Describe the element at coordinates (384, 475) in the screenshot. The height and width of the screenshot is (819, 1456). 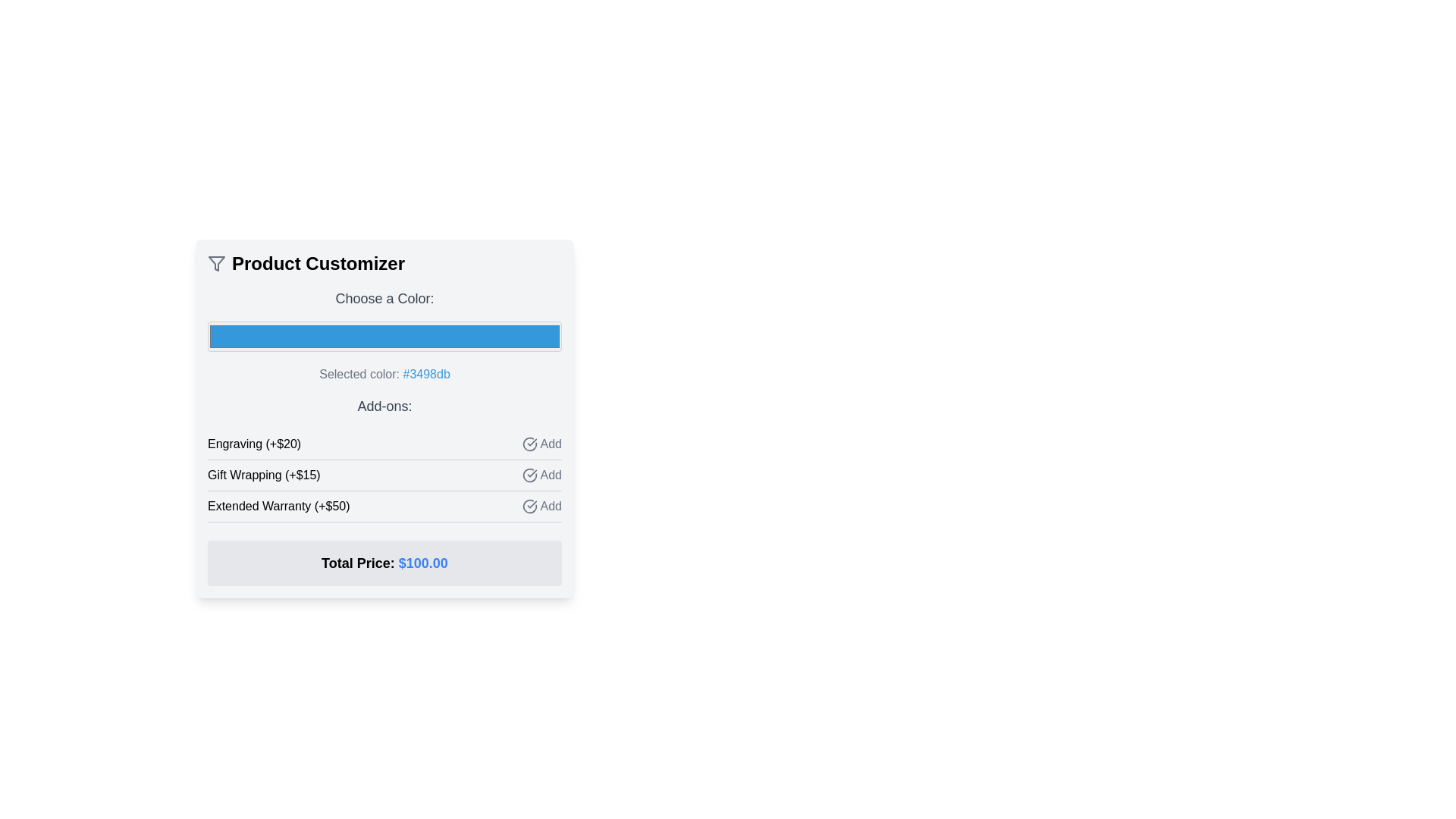
I see `the 'Add' button in the second option of the add-ons list` at that location.